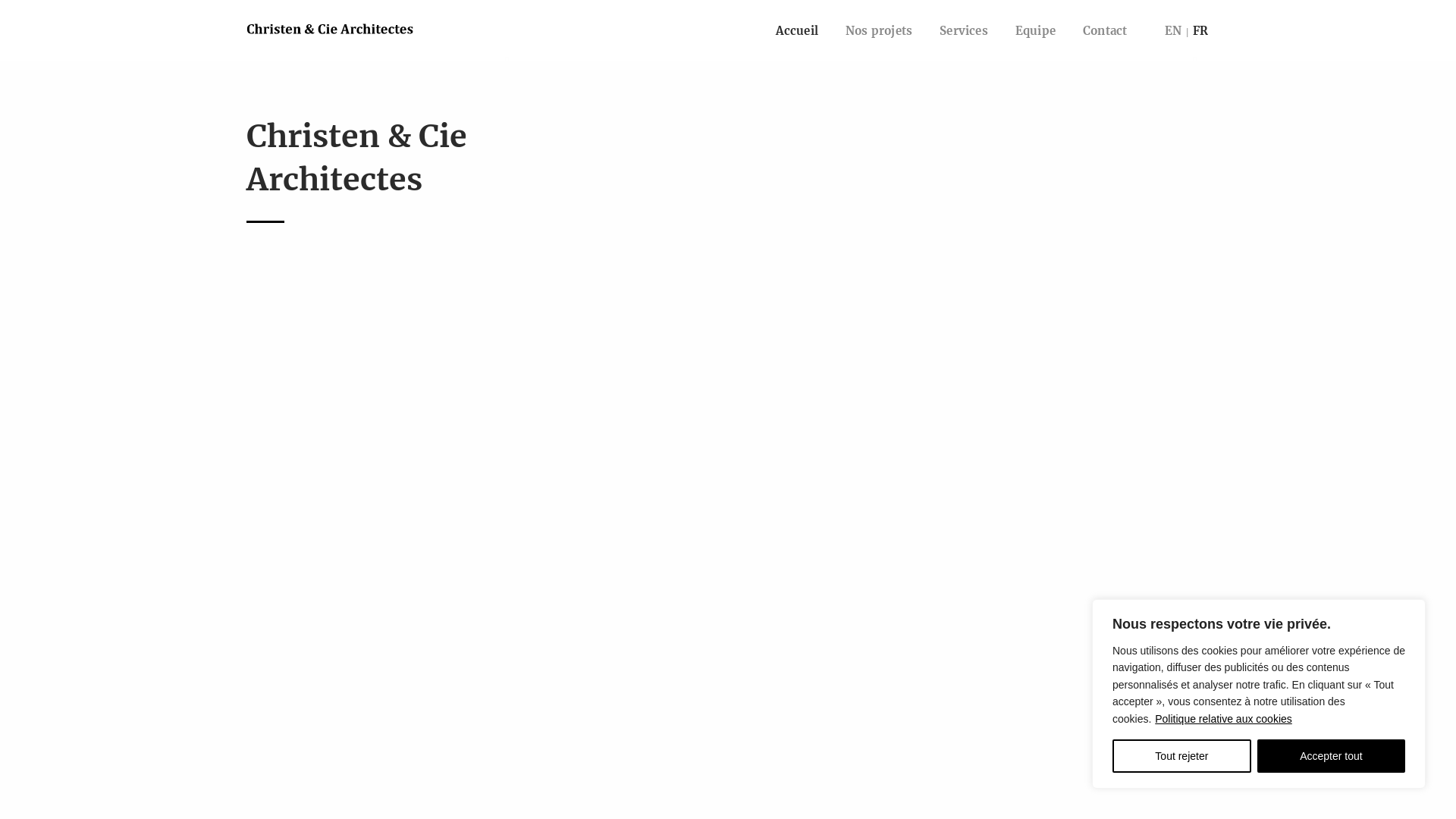  Describe the element at coordinates (796, 30) in the screenshot. I see `'Accueil'` at that location.